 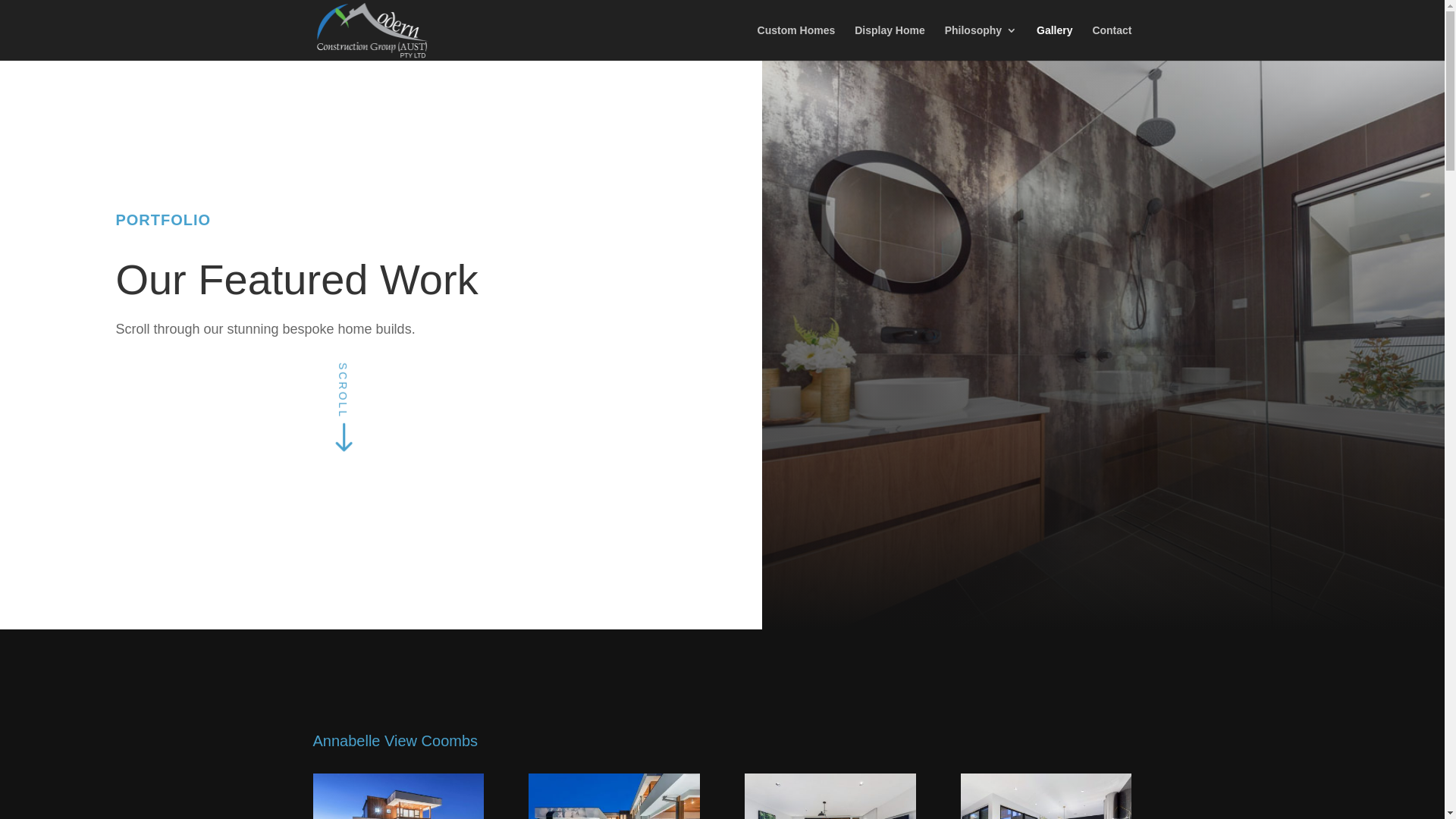 I want to click on 'Contact', so click(x=1111, y=42).